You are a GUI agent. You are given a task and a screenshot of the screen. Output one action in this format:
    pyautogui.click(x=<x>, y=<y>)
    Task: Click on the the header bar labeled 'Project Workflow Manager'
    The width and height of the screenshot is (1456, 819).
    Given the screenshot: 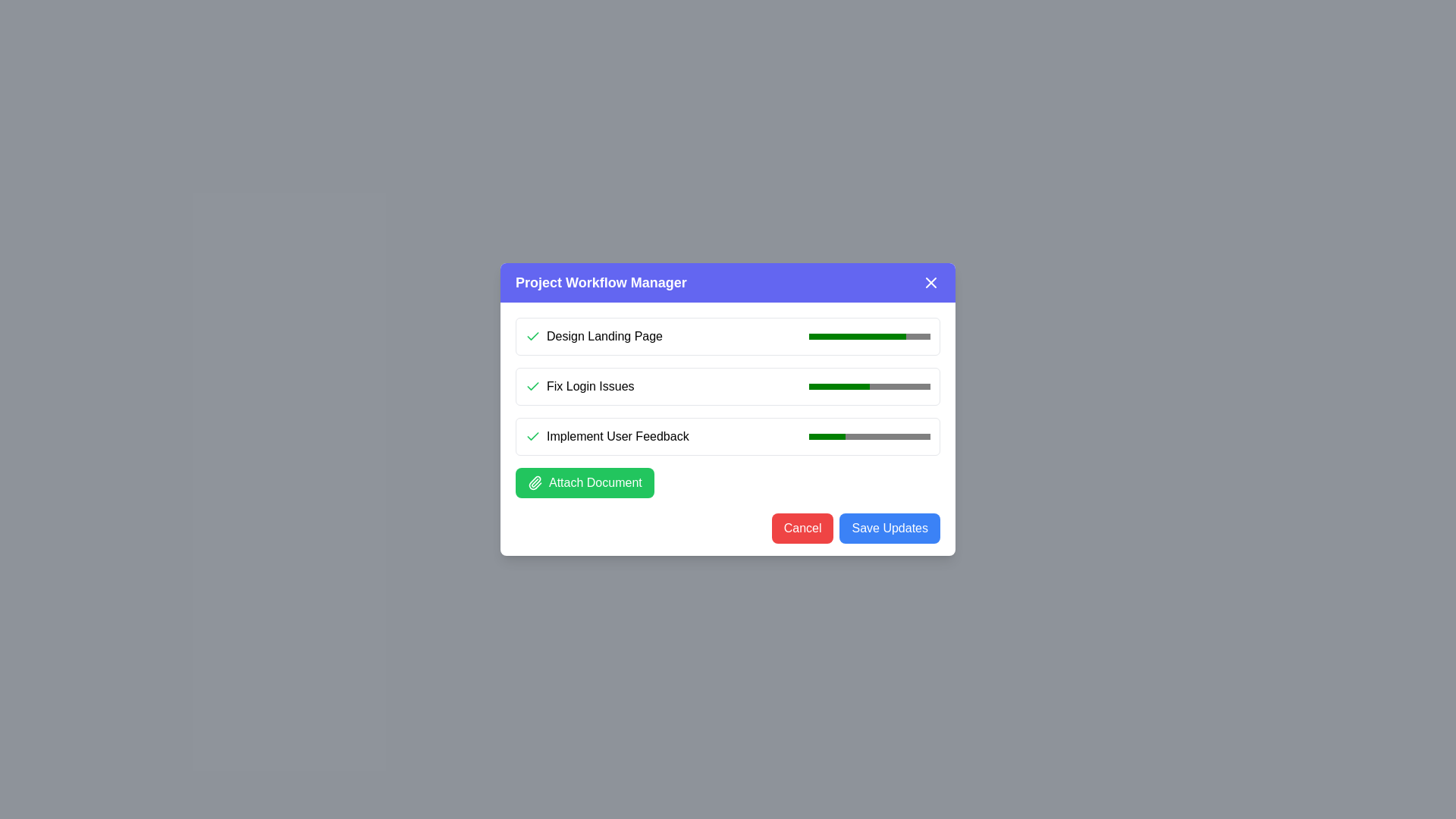 What is the action you would take?
    pyautogui.click(x=728, y=283)
    